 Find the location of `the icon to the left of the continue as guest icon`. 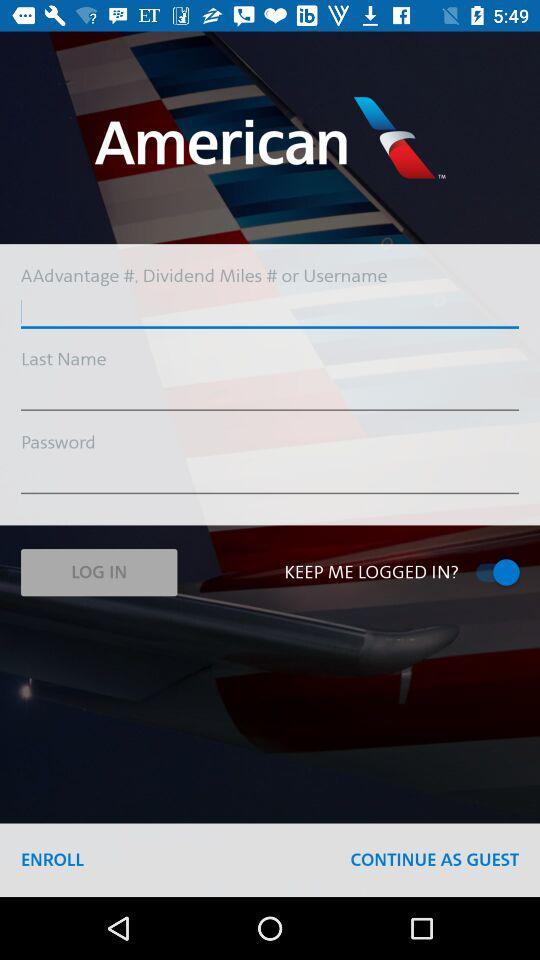

the icon to the left of the continue as guest icon is located at coordinates (52, 859).